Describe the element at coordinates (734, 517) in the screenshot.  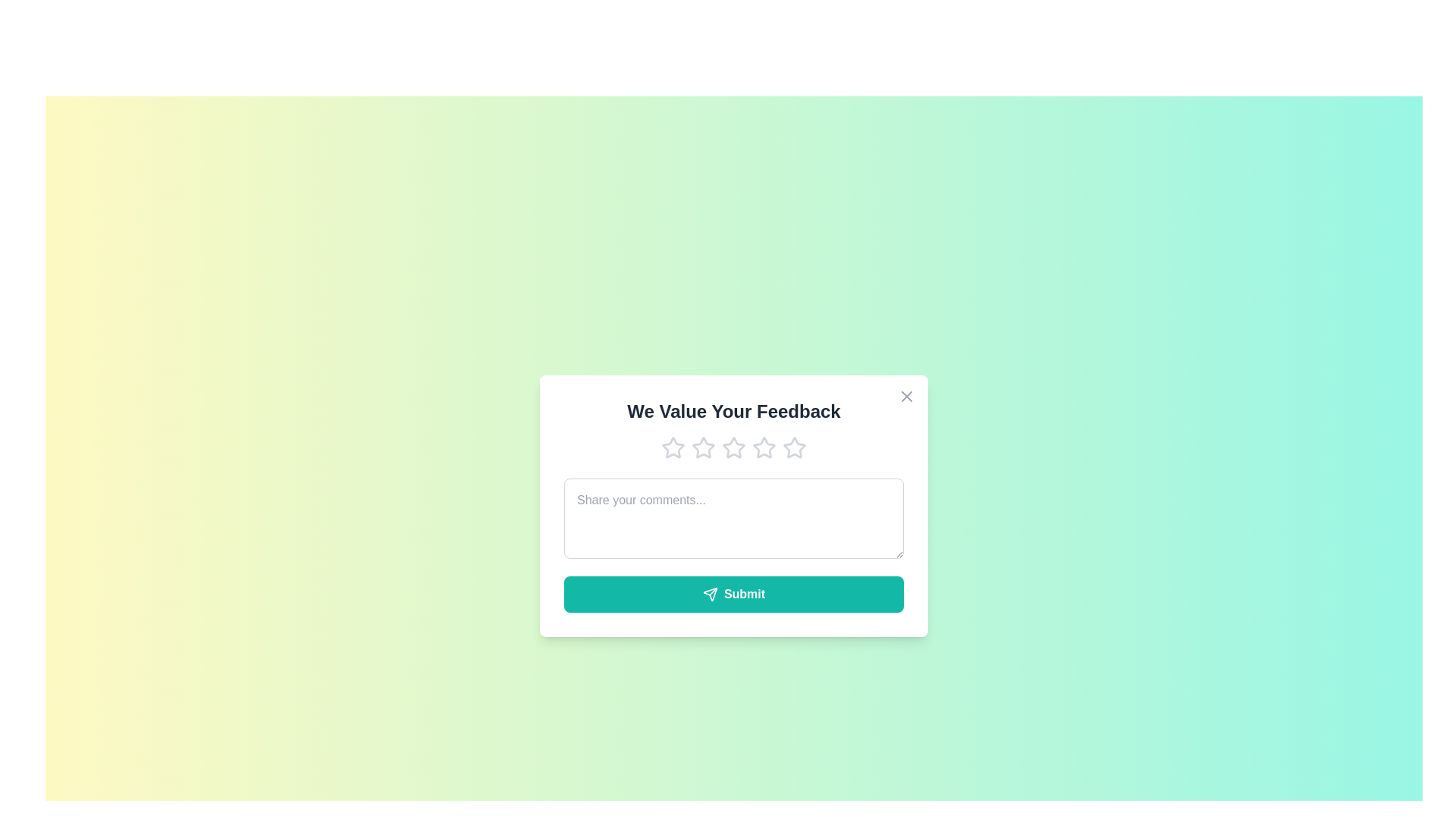
I see `the text area and type the comment 'Great service!'` at that location.